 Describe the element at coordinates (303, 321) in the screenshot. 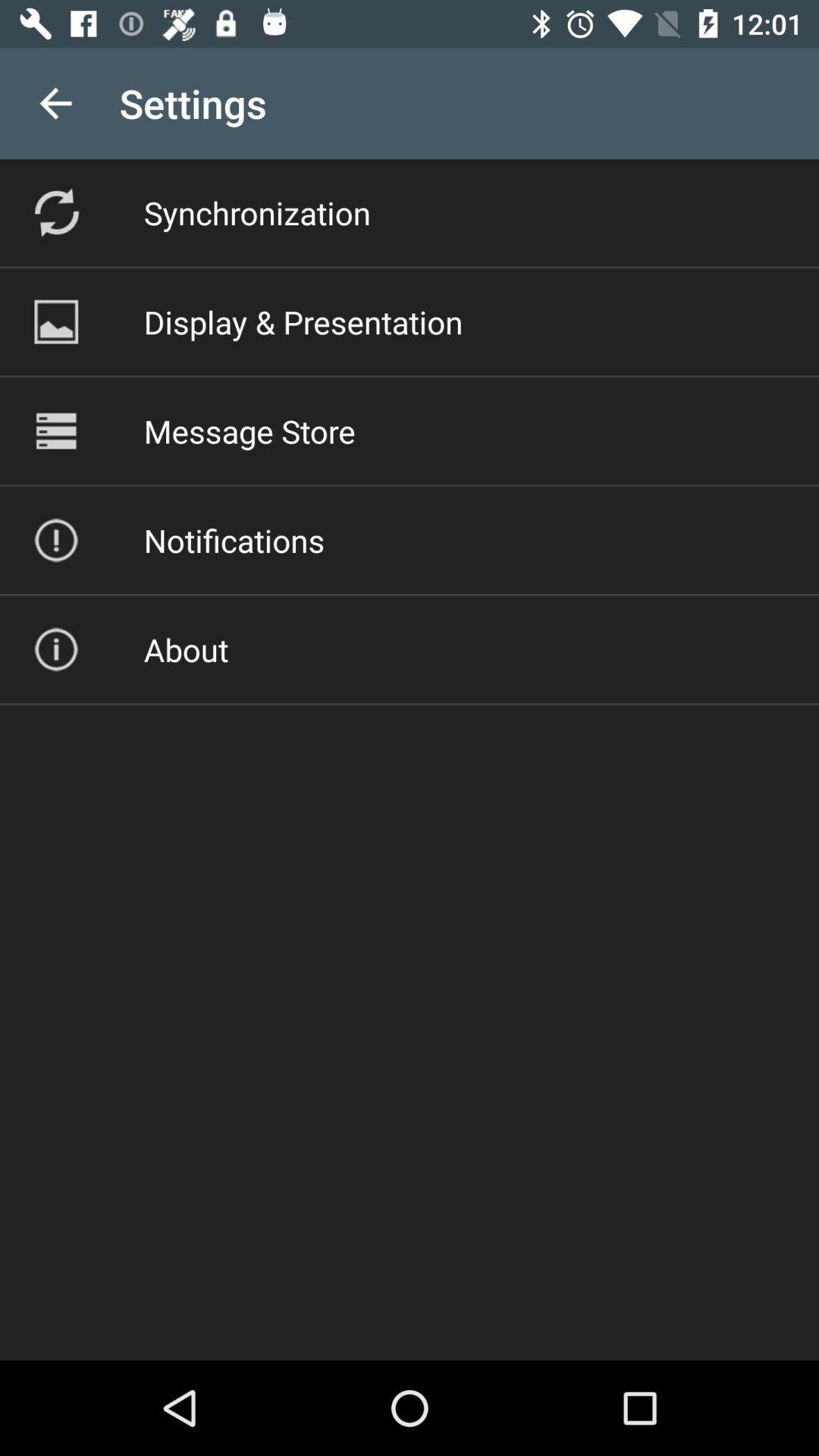

I see `item below synchronization` at that location.